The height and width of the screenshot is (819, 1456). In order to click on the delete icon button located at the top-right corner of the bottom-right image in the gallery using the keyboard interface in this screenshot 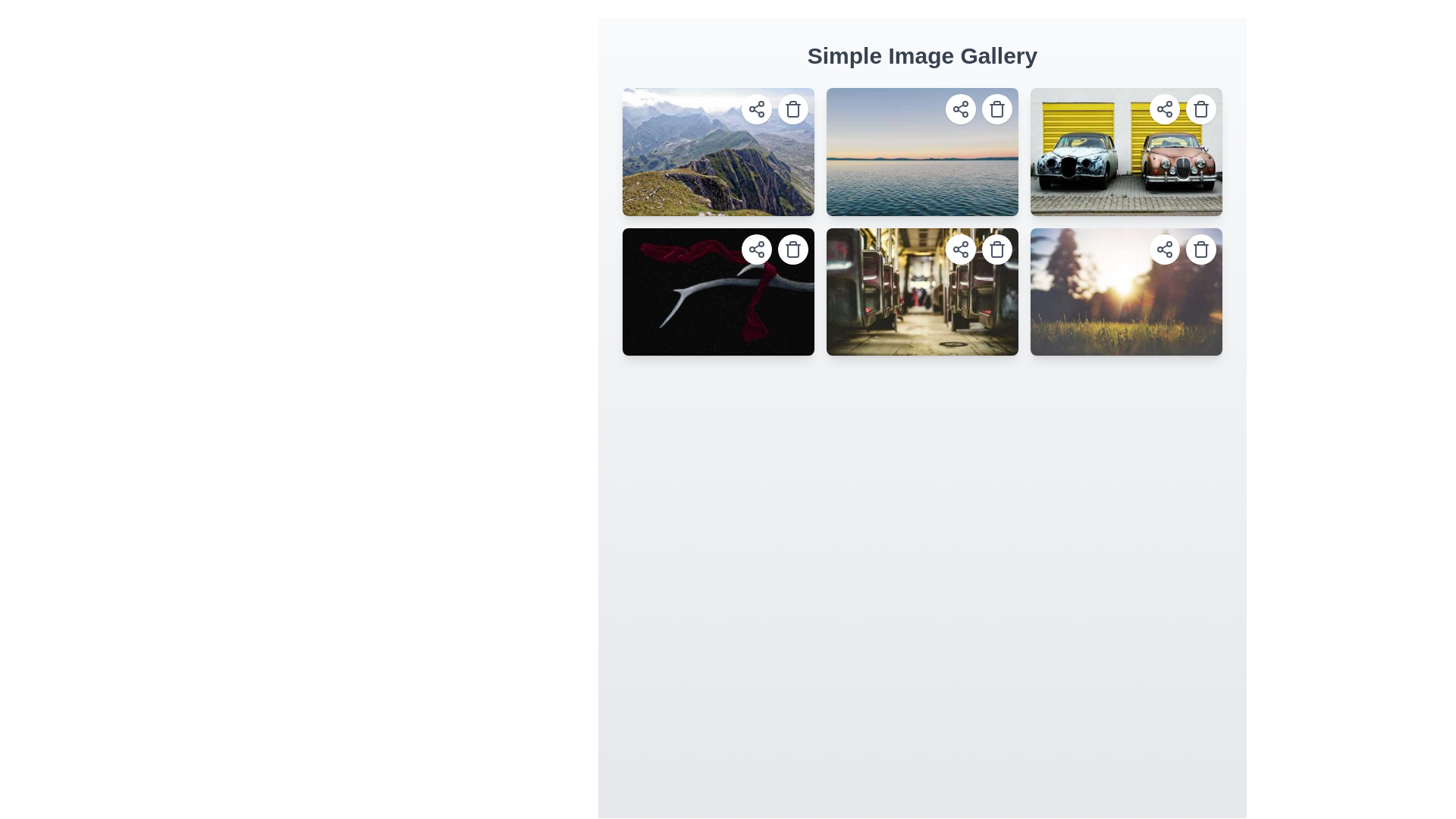, I will do `click(1200, 247)`.